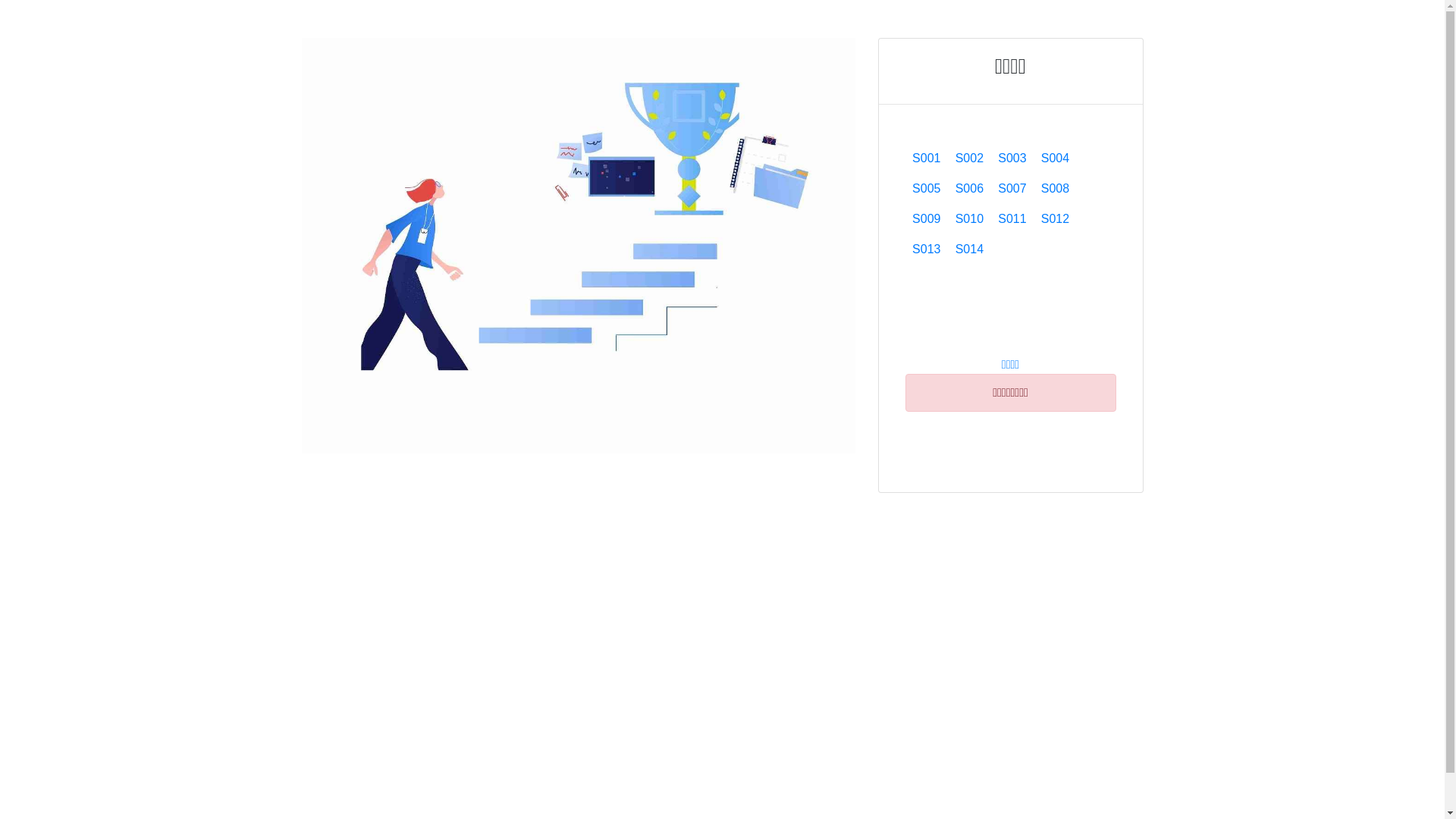 This screenshot has width=1456, height=819. What do you see at coordinates (926, 248) in the screenshot?
I see `'S013'` at bounding box center [926, 248].